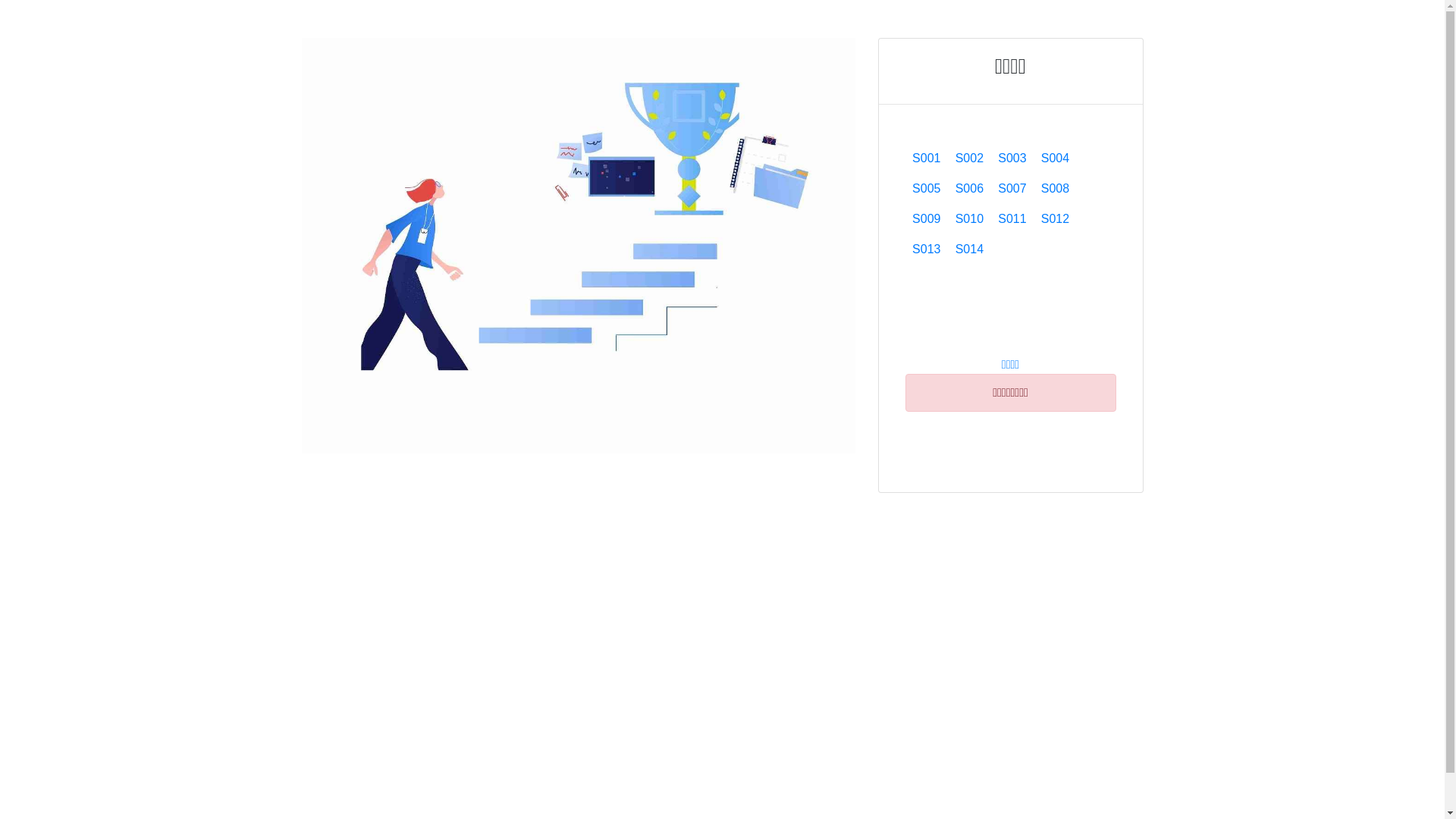 This screenshot has width=1456, height=819. What do you see at coordinates (926, 248) in the screenshot?
I see `'S013'` at bounding box center [926, 248].